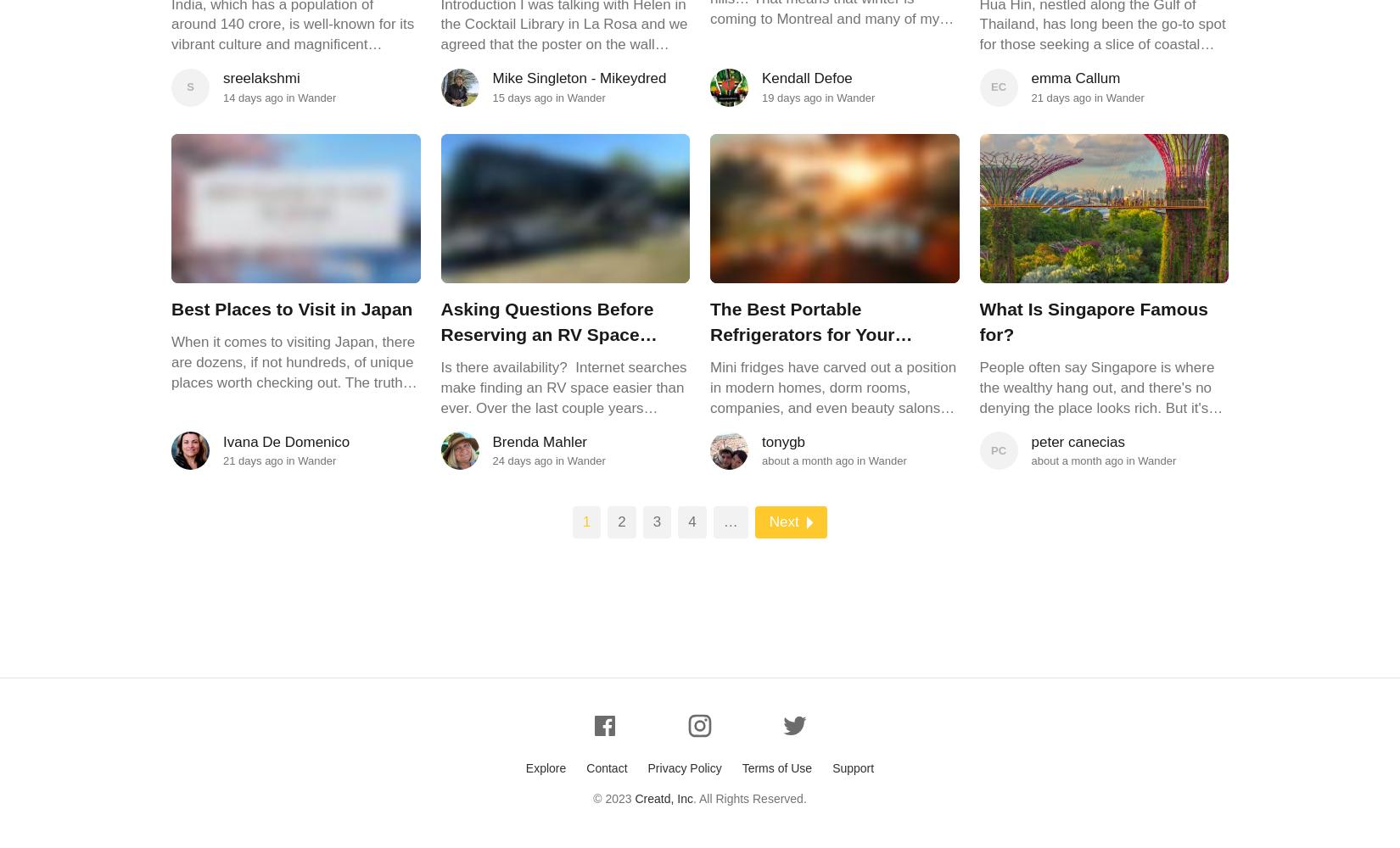 The image size is (1400, 848). I want to click on 'tonygb', so click(783, 441).